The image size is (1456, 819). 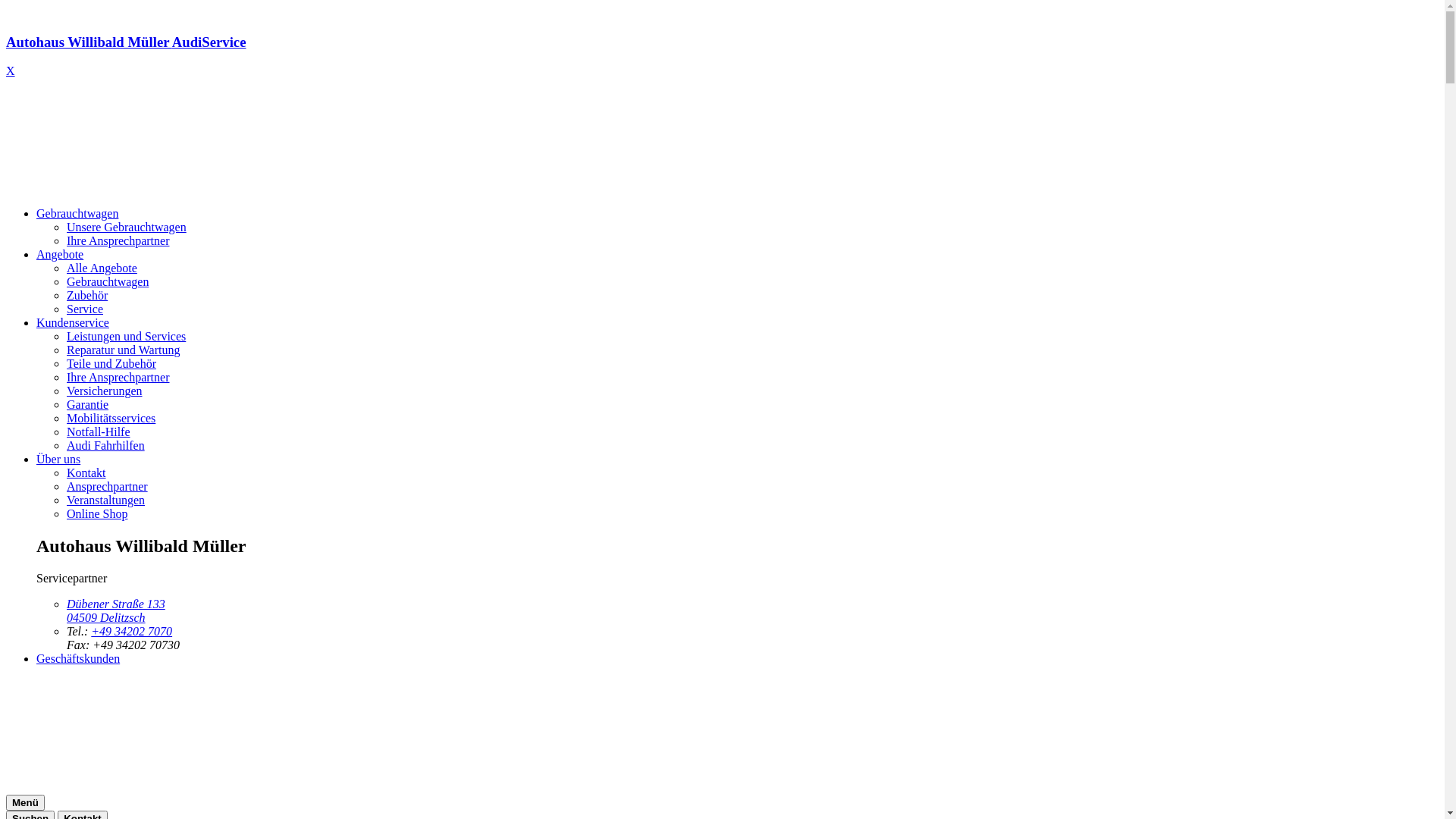 I want to click on 'Unsere Gebrauchtwagen', so click(x=127, y=227).